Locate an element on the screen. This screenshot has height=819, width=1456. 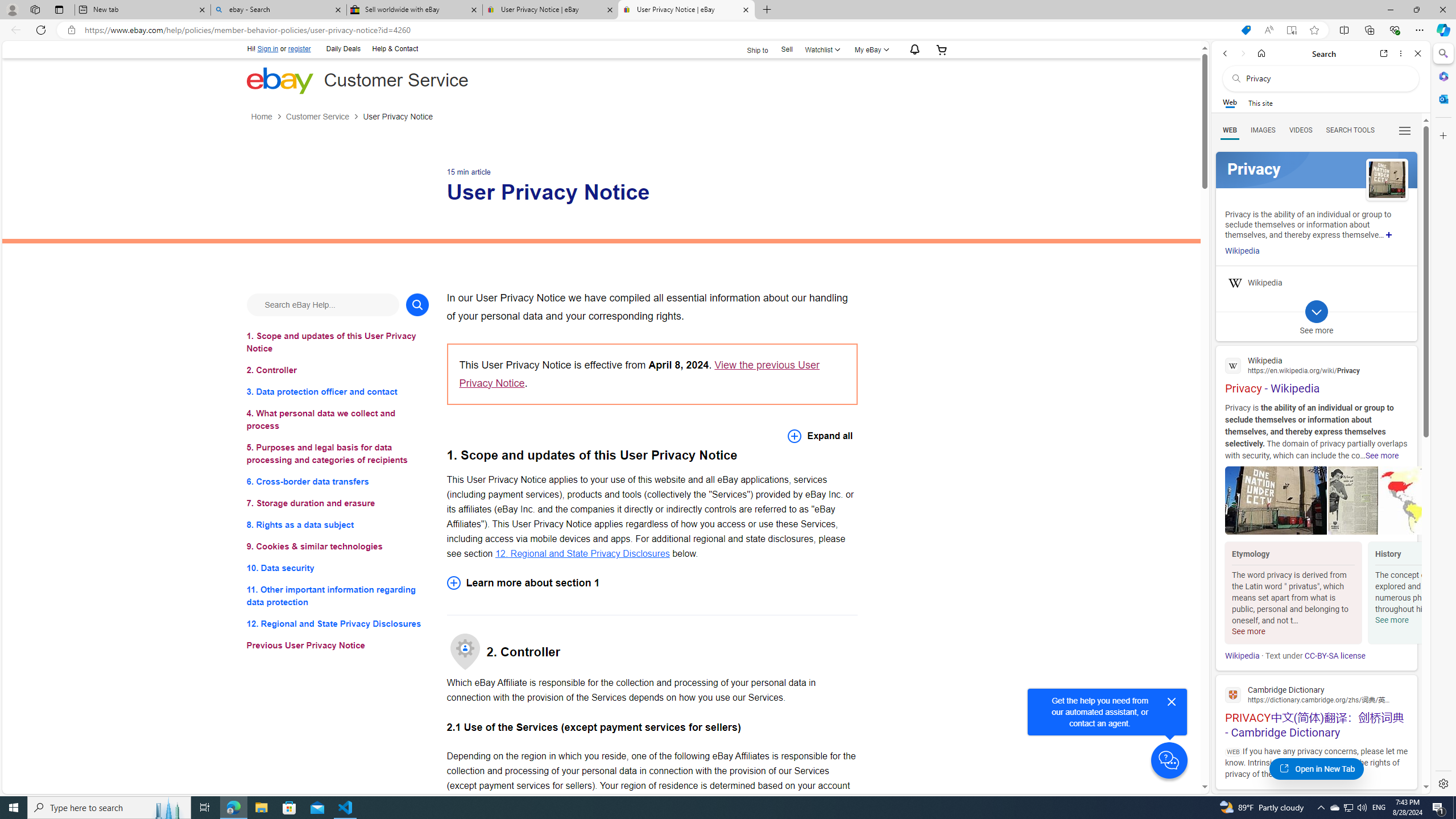
'CC-BY-SA license' is located at coordinates (1335, 655).